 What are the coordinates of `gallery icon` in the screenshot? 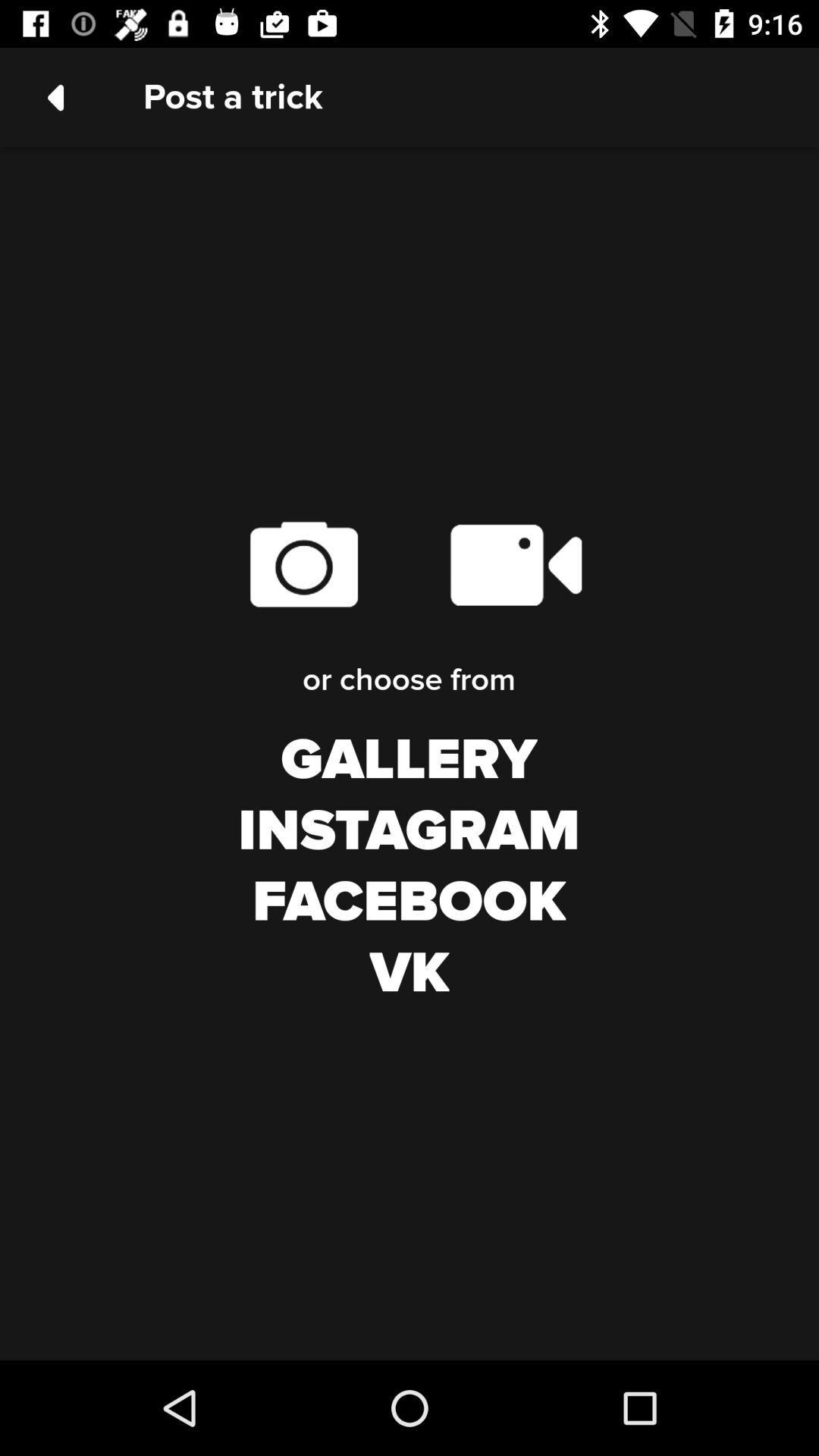 It's located at (408, 761).